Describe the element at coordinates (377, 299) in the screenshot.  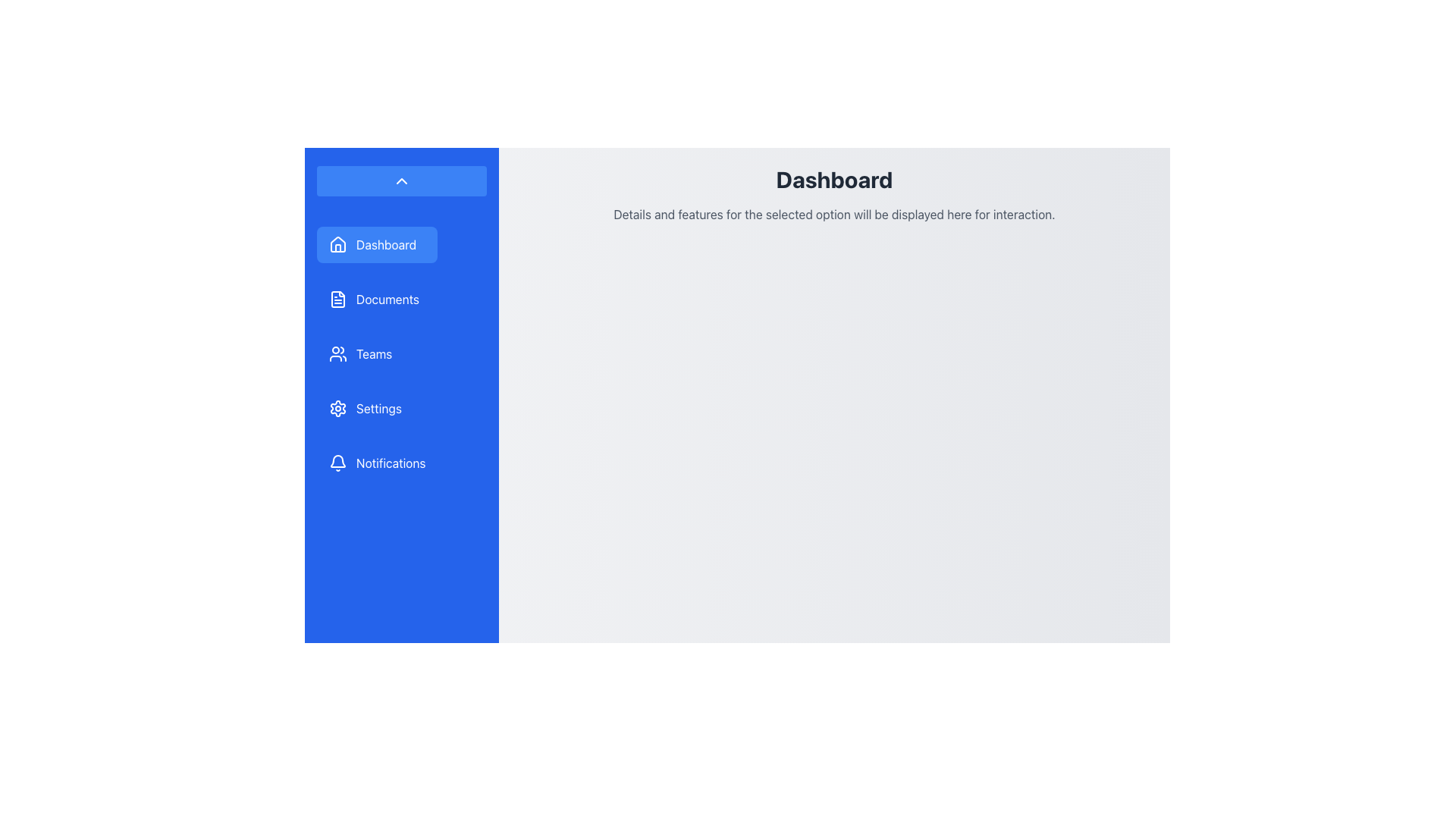
I see `the 'Documents' button, which is a blue rectangular button with rounded corners containing a document icon and white text, to trigger visual feedback` at that location.